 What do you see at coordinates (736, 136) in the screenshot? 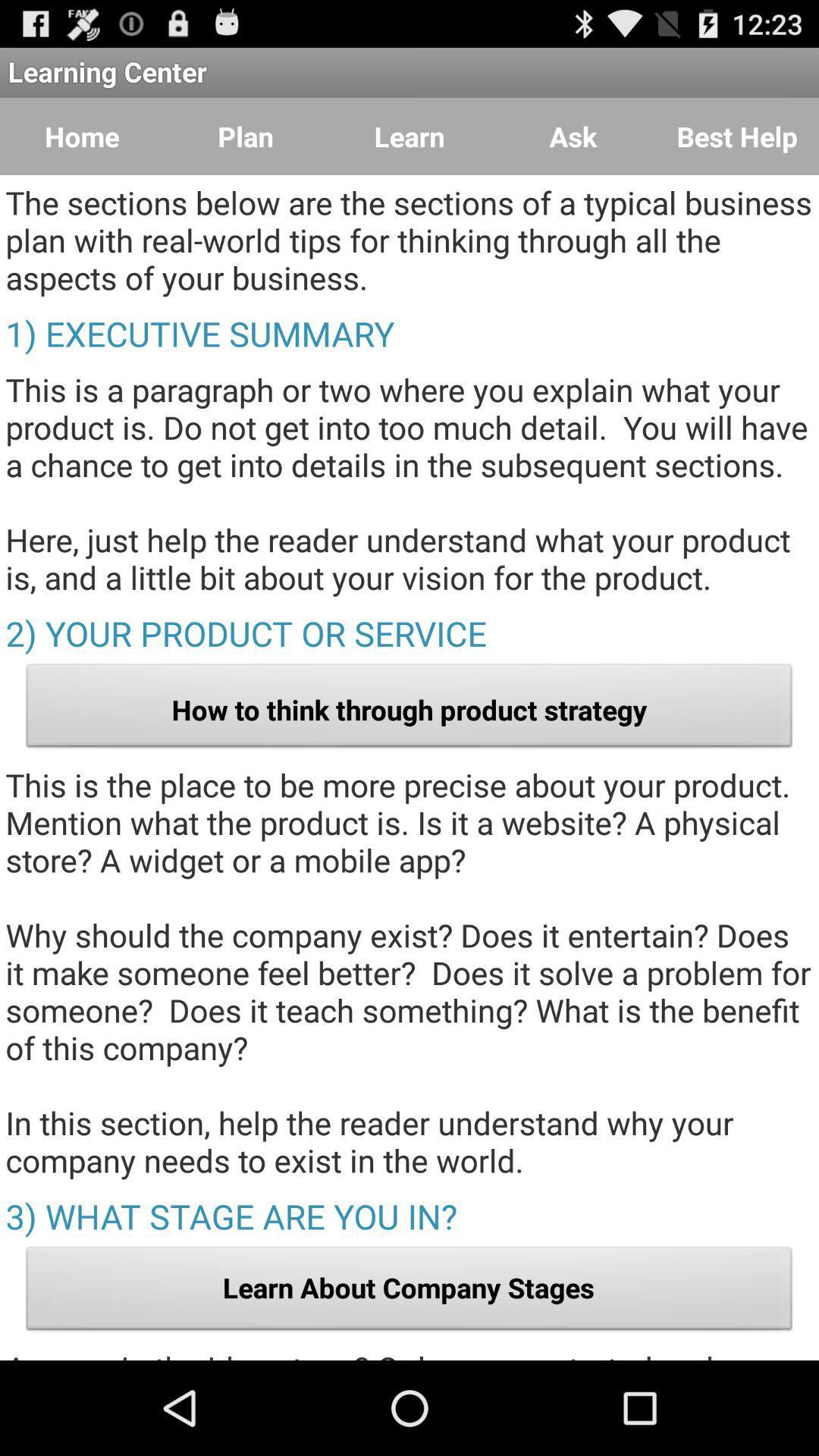
I see `best help item` at bounding box center [736, 136].